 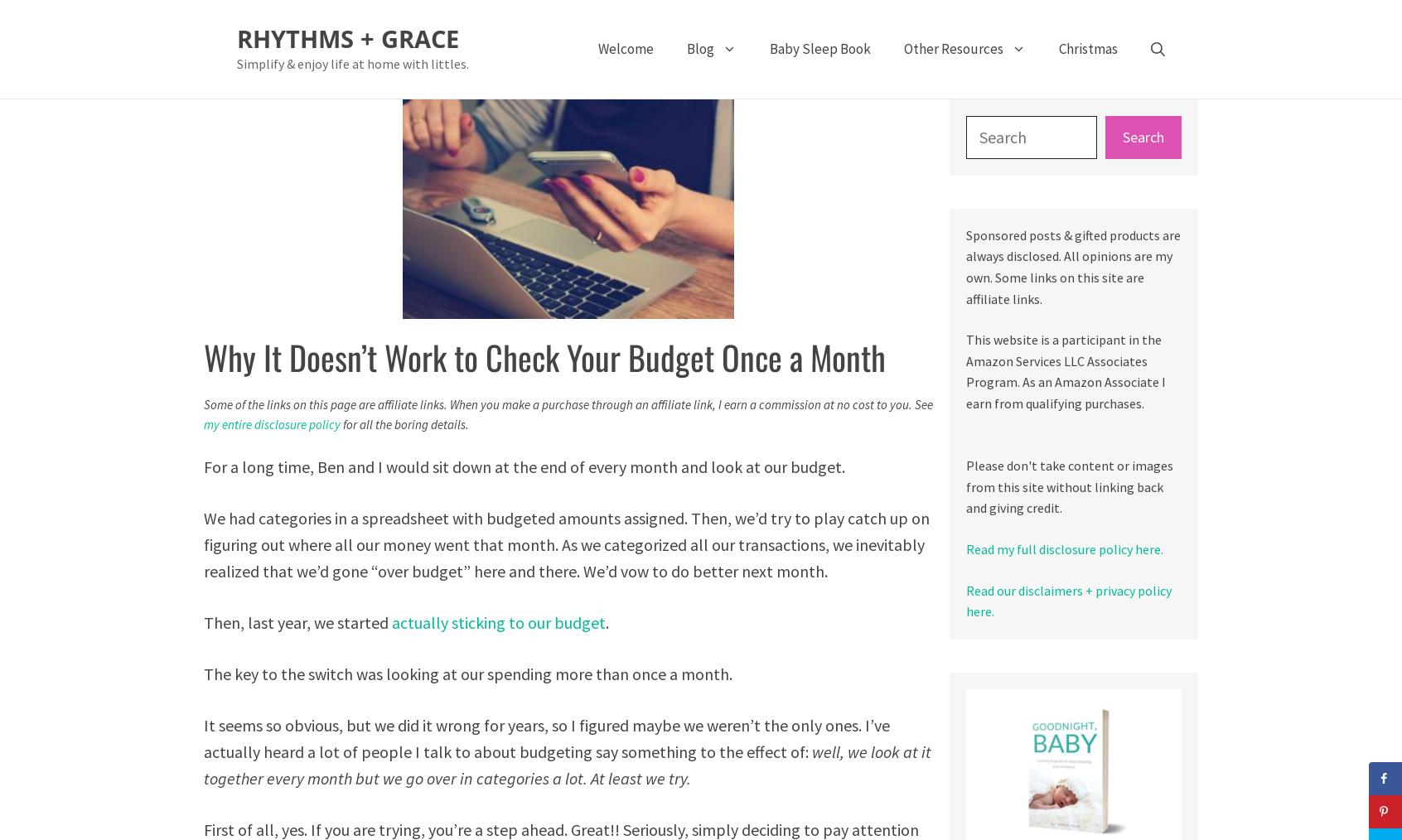 What do you see at coordinates (523, 465) in the screenshot?
I see `'For a long time, Ben and I would sit down at the end of every month and look at our budget.'` at bounding box center [523, 465].